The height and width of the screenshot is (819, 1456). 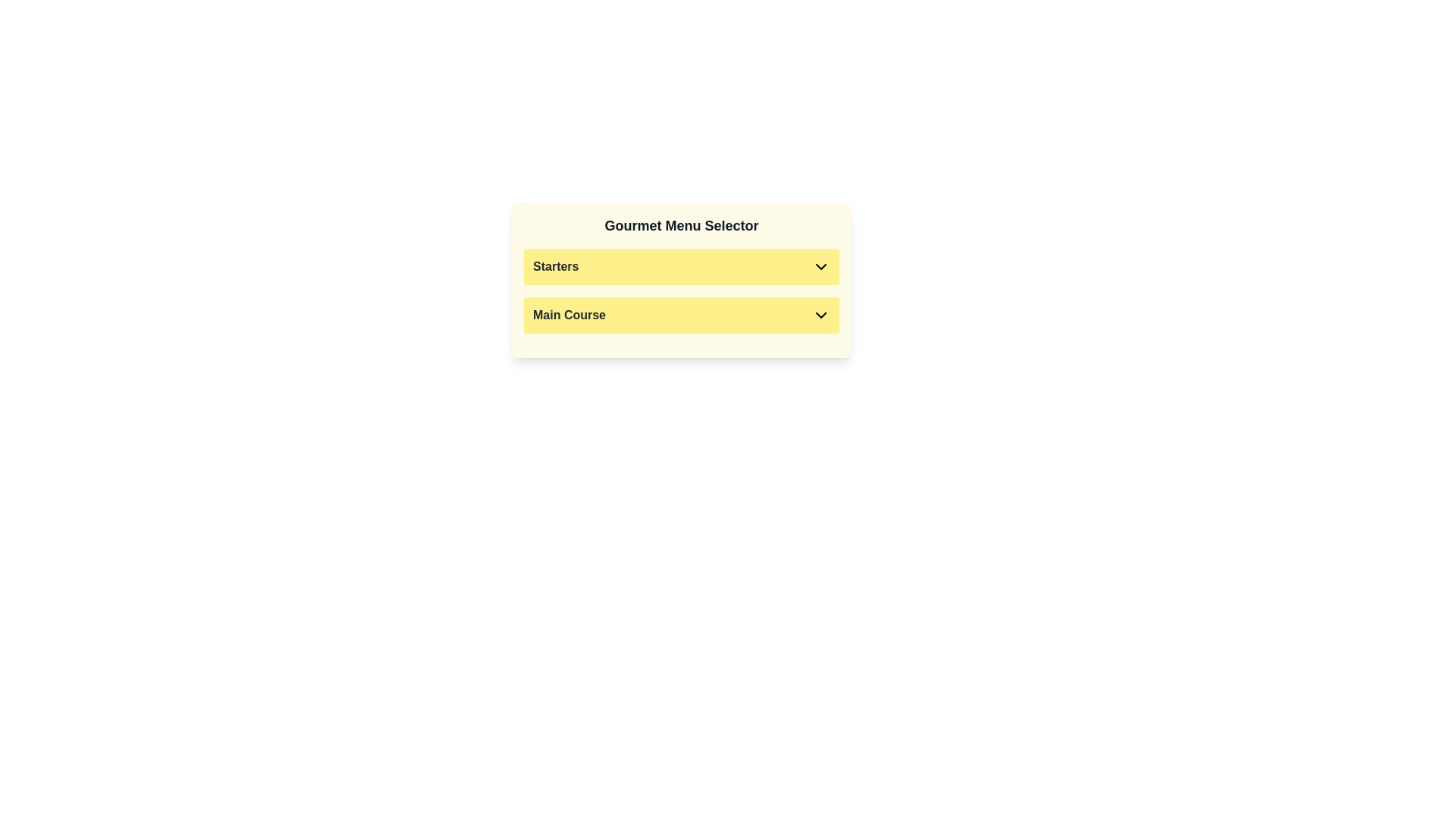 What do you see at coordinates (821, 265) in the screenshot?
I see `the chevron-down icon located on the far right side of the yellow dropdown labeled 'Starters' in the 'Gourmet Menu Selector' interface` at bounding box center [821, 265].